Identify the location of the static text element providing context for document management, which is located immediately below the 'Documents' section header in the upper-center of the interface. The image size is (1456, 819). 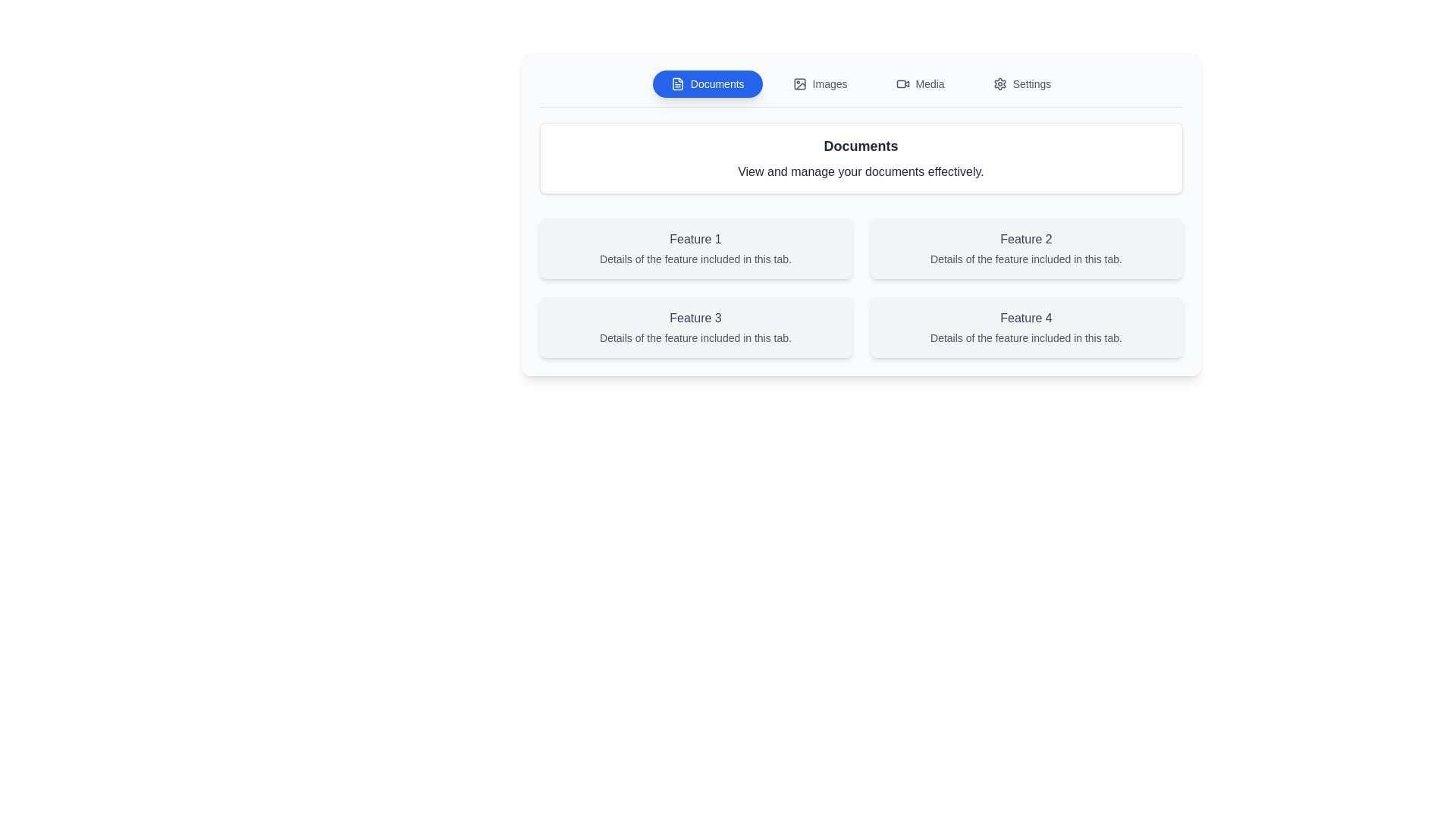
(861, 171).